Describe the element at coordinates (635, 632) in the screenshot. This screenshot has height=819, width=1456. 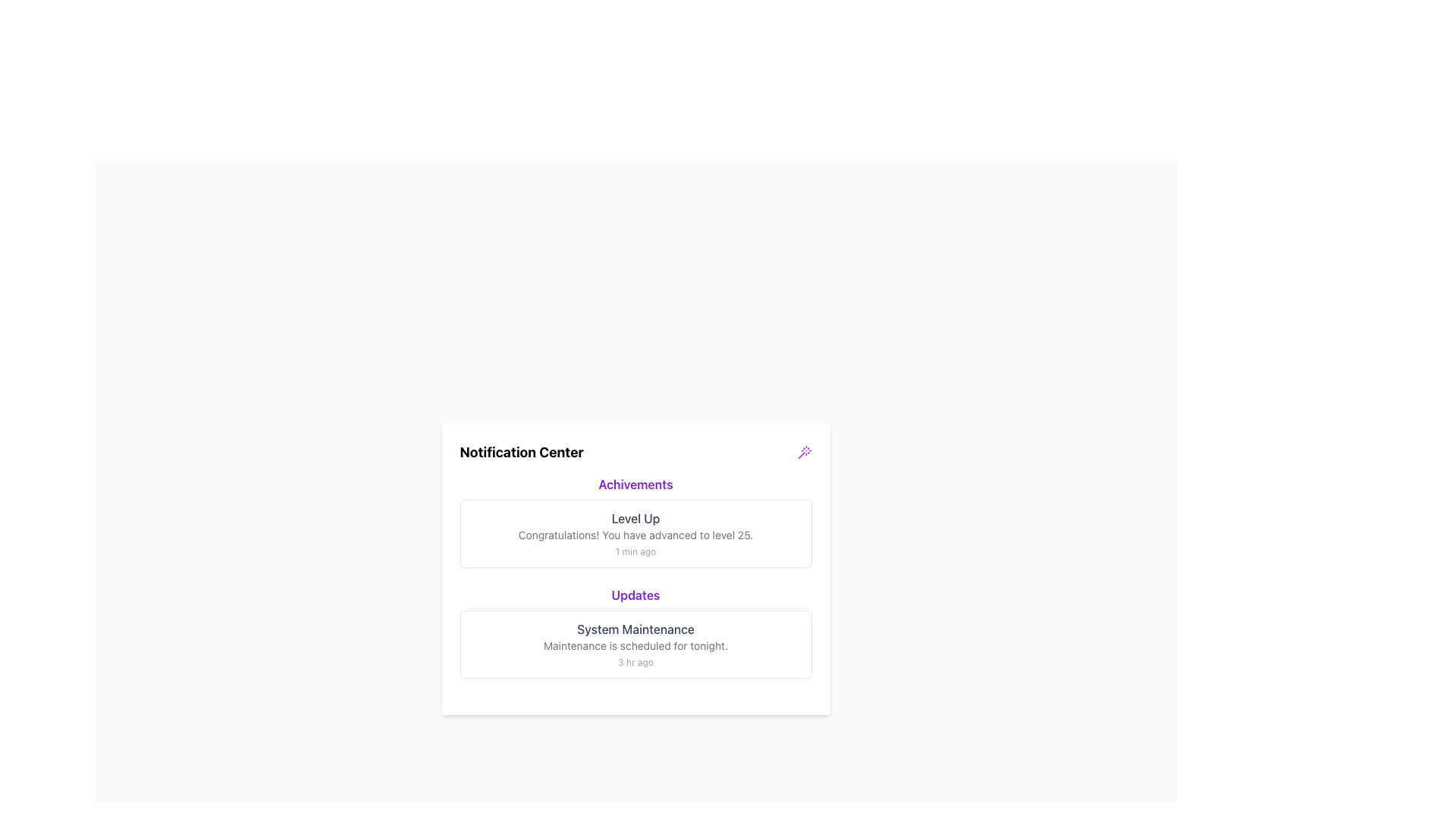
I see `the timestamp of the notification displayed on the 'Updates' Notification card located below the 'Achievements' card in the notification center interface` at that location.